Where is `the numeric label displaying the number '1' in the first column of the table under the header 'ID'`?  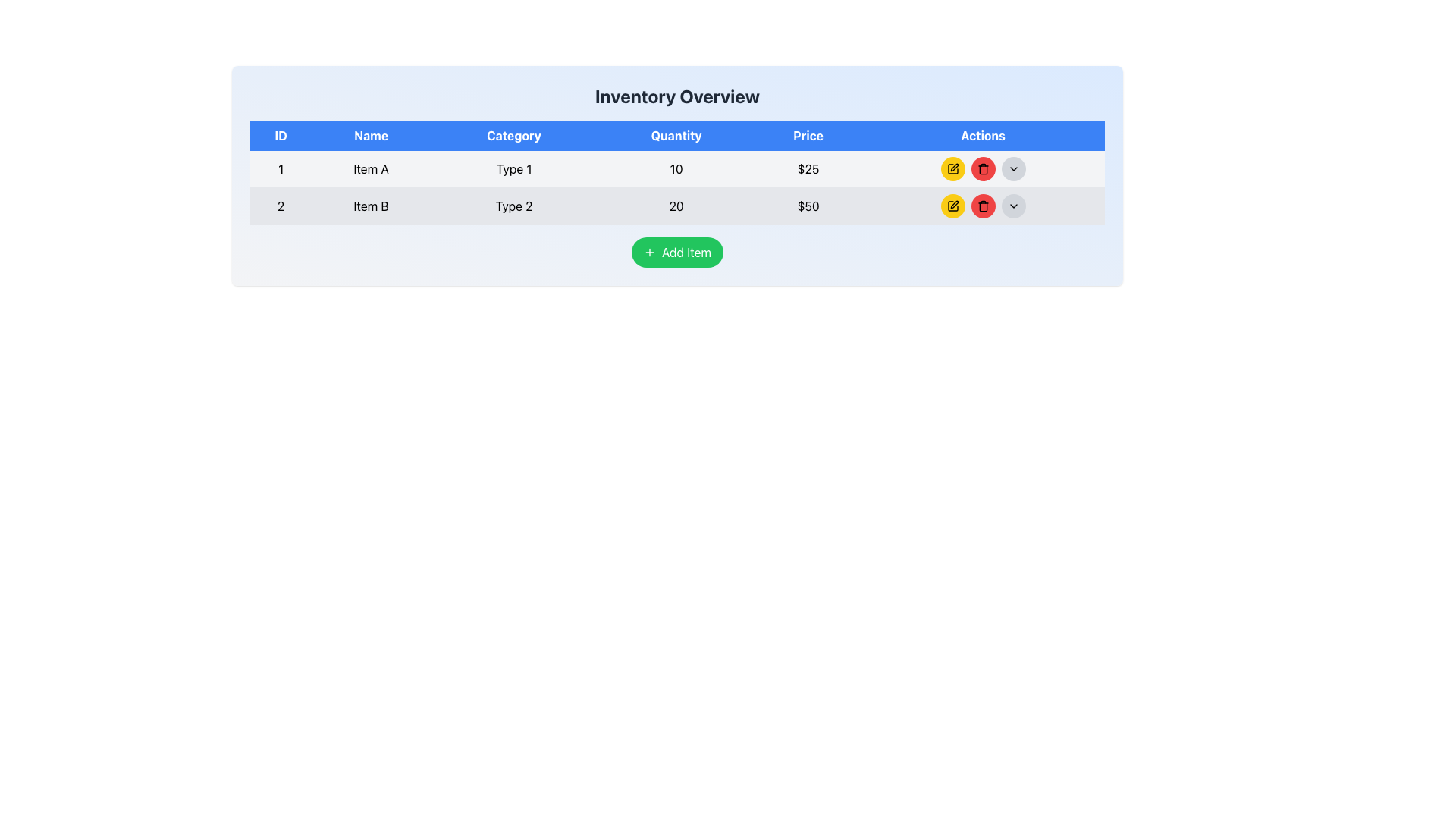 the numeric label displaying the number '1' in the first column of the table under the header 'ID' is located at coordinates (281, 169).